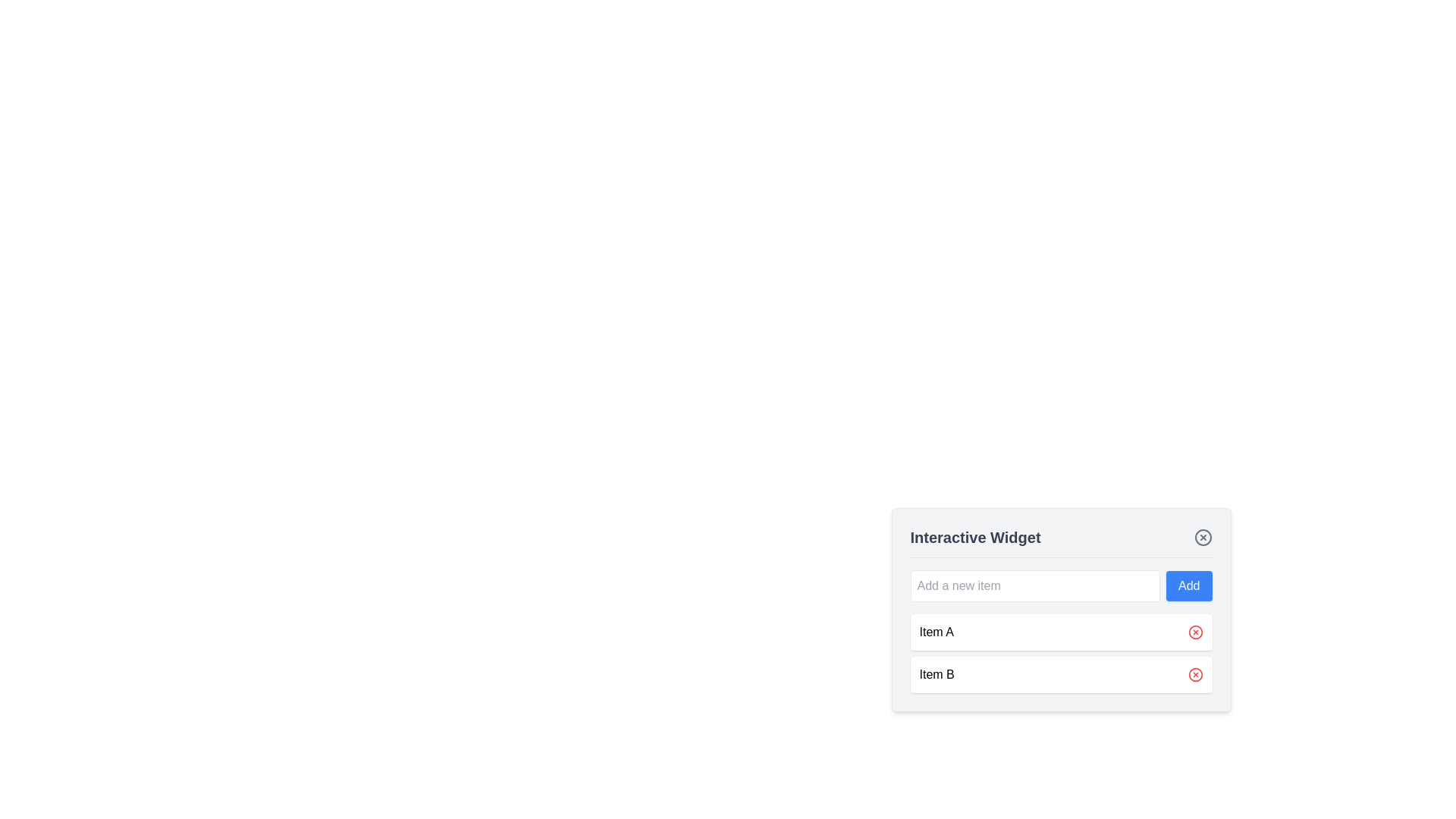 This screenshot has width=1456, height=819. I want to click on the SVG circle that represents the close button, so click(1202, 537).